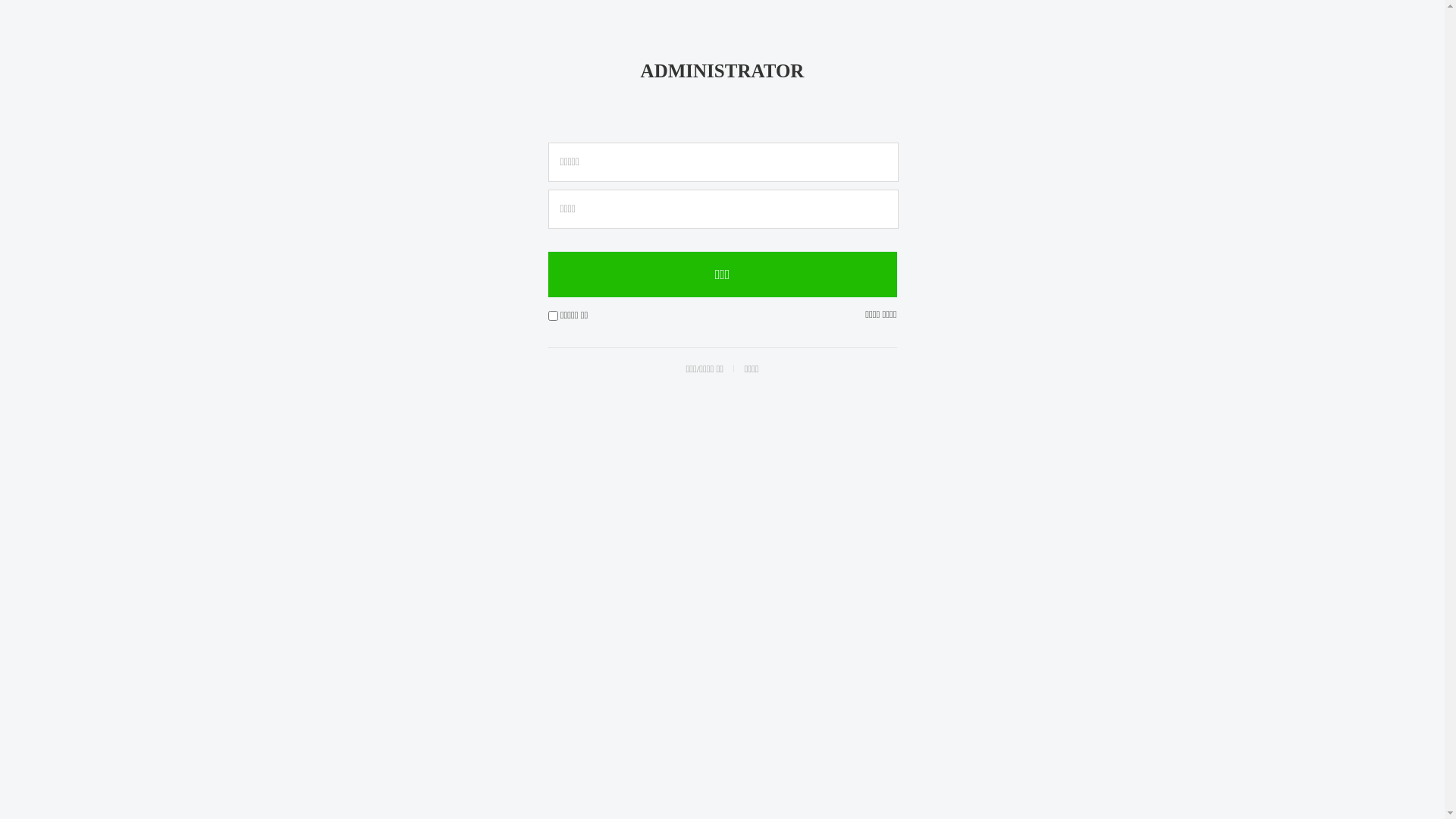 Image resolution: width=1456 pixels, height=819 pixels. What do you see at coordinates (722, 71) in the screenshot?
I see `'ADMINISTRATOR'` at bounding box center [722, 71].